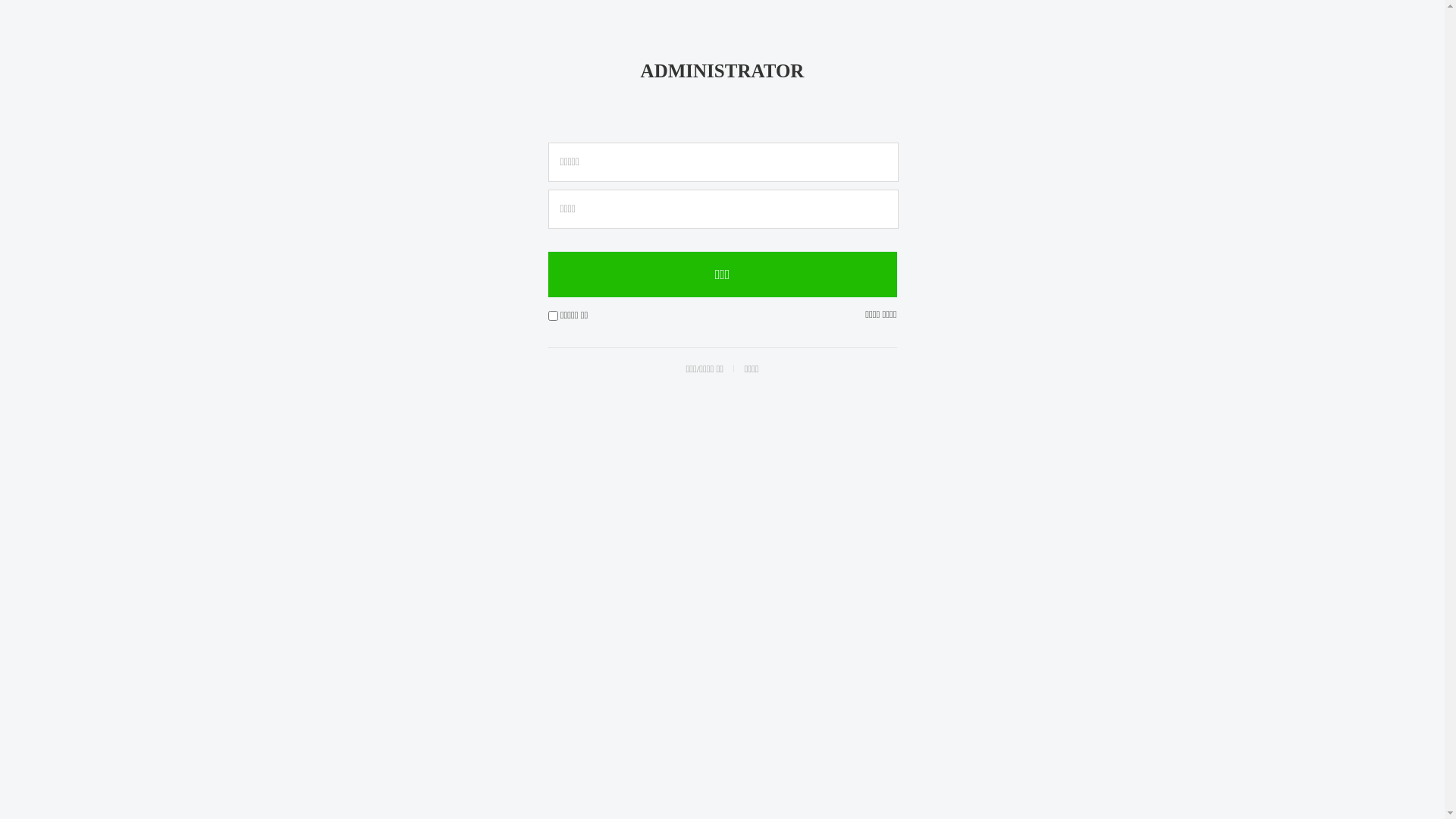 Image resolution: width=1456 pixels, height=819 pixels. What do you see at coordinates (722, 71) in the screenshot?
I see `'ADMINISTRATOR'` at bounding box center [722, 71].